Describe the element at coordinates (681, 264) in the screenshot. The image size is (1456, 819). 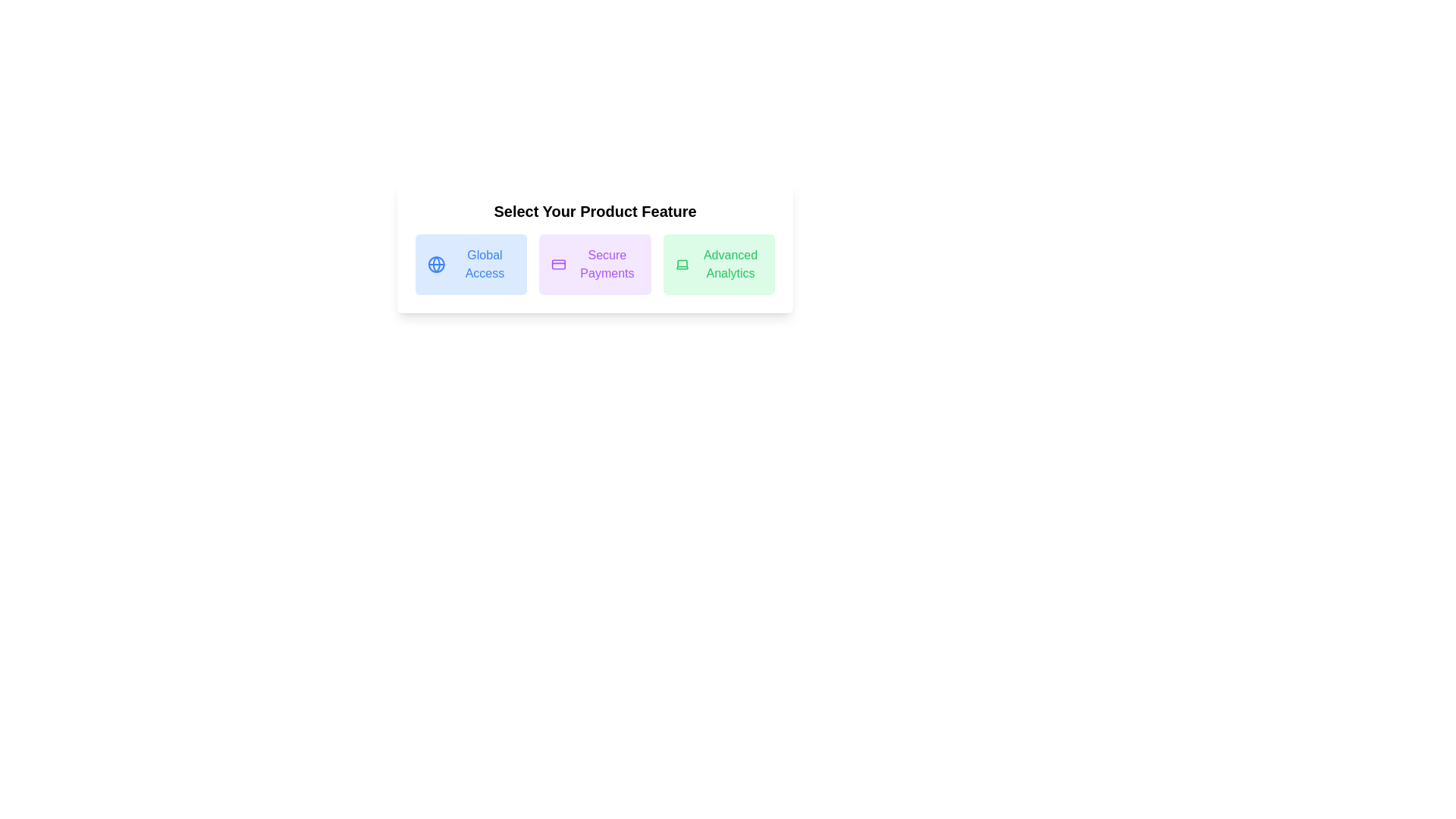
I see `the 'Advanced Analytics' icon, which is the primary icon inside the green box labeled 'Advanced Analytics', located to the far right among three boxes` at that location.